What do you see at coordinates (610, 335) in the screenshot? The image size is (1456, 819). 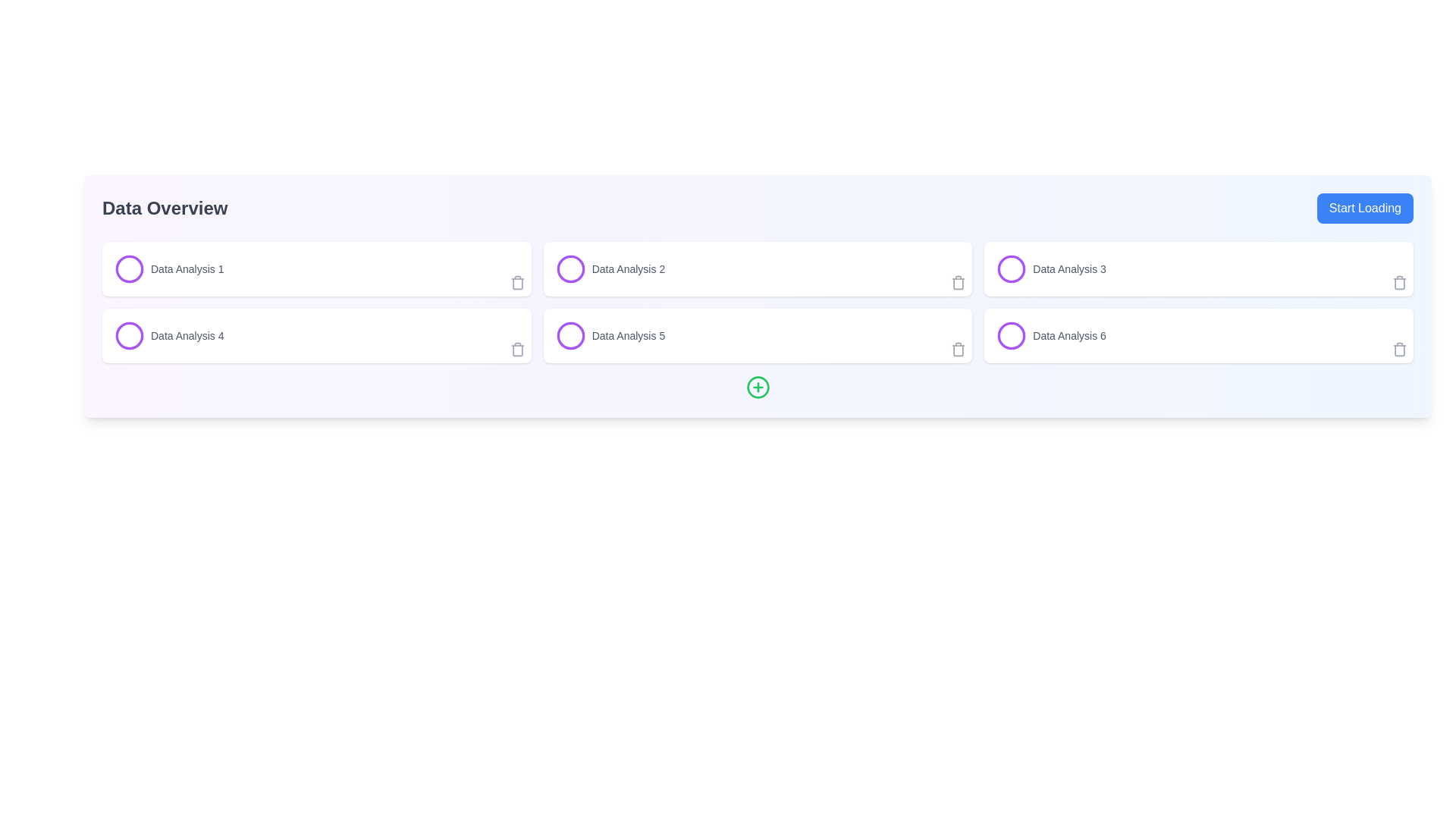 I see `the selectable item in the second row, second column of the 3x2 grid layout` at bounding box center [610, 335].